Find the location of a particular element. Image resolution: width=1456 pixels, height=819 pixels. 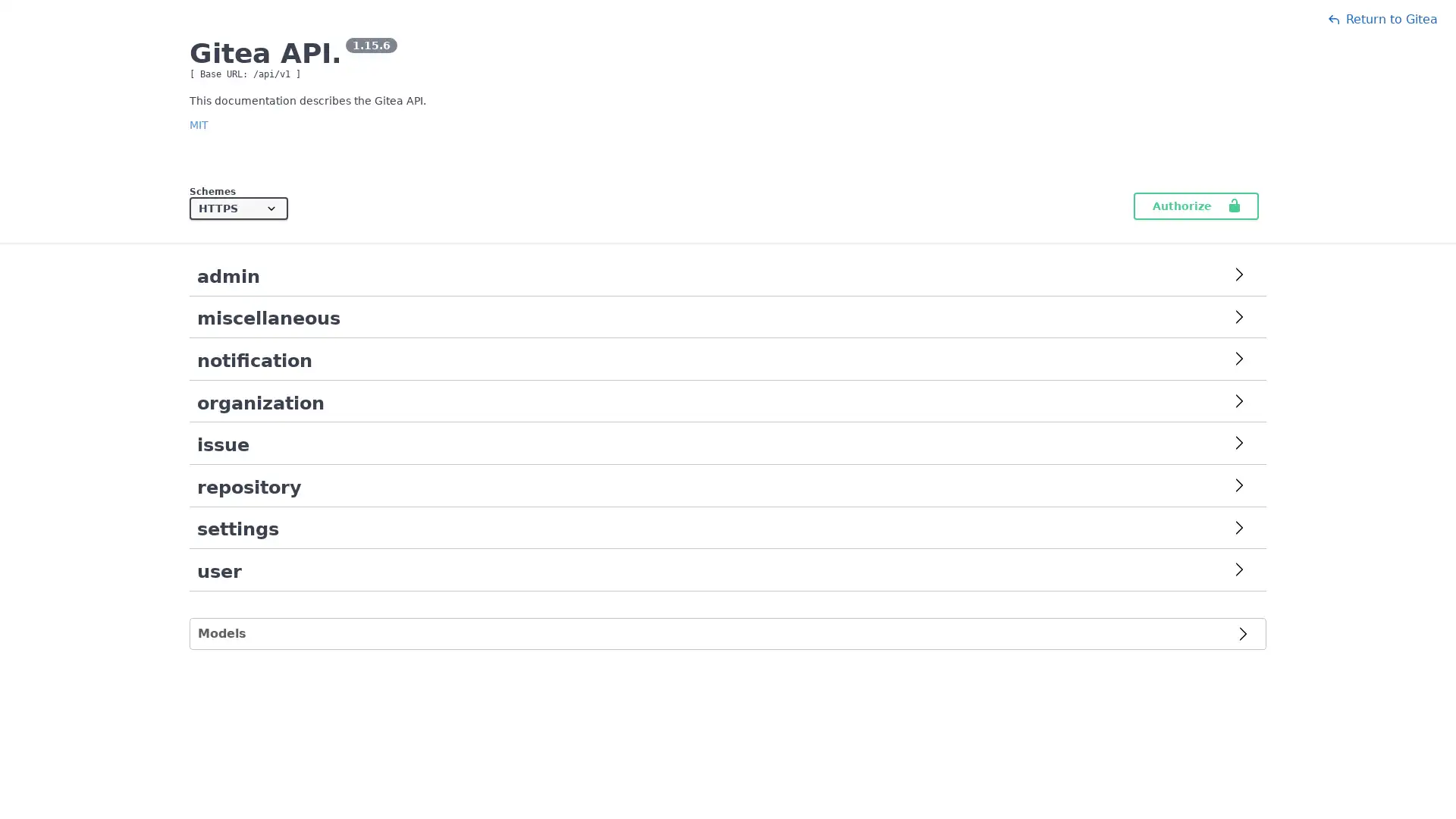

Expand operation is located at coordinates (1238, 486).